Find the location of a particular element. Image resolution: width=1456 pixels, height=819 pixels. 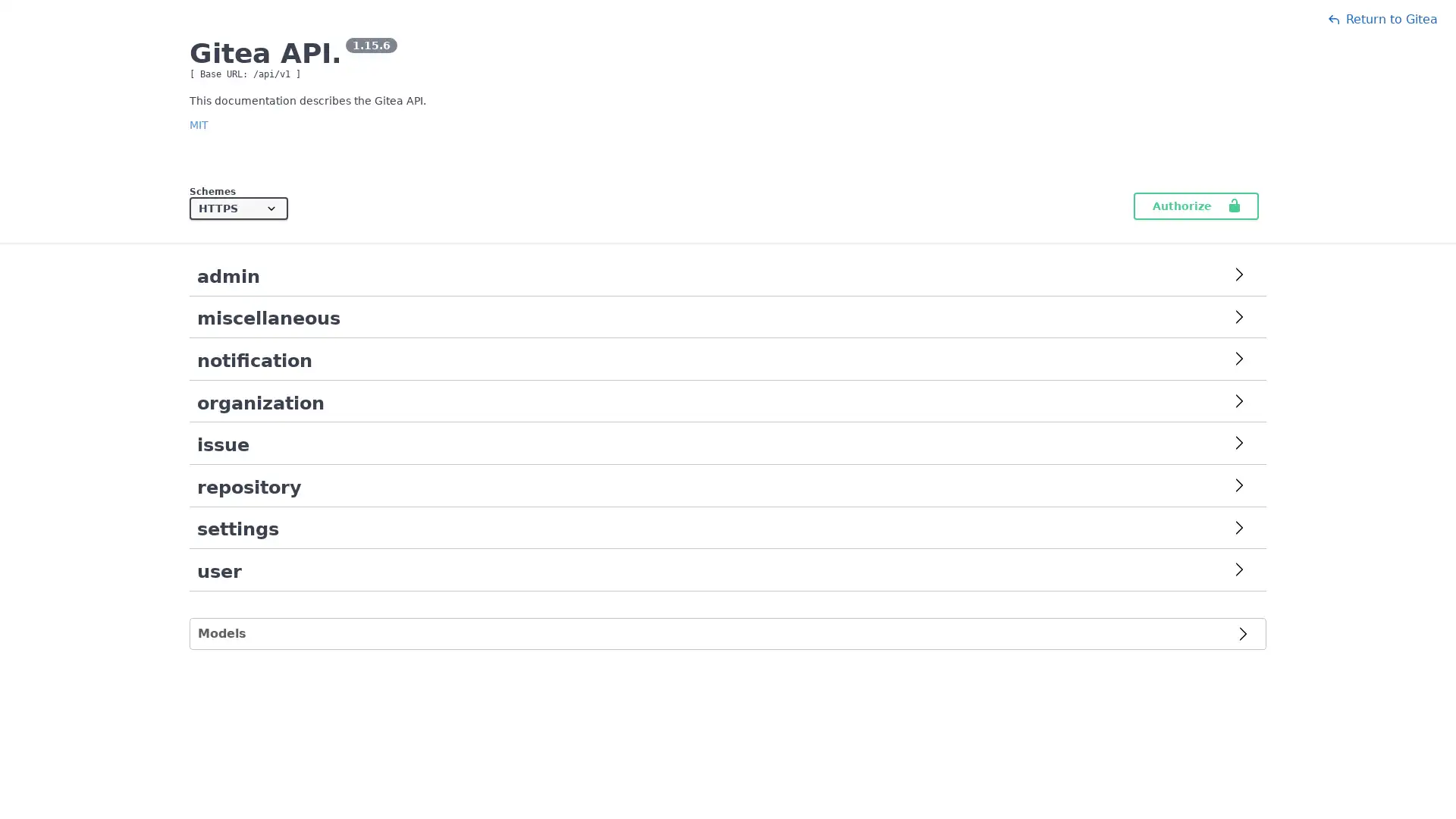

Expand operation is located at coordinates (1238, 486).